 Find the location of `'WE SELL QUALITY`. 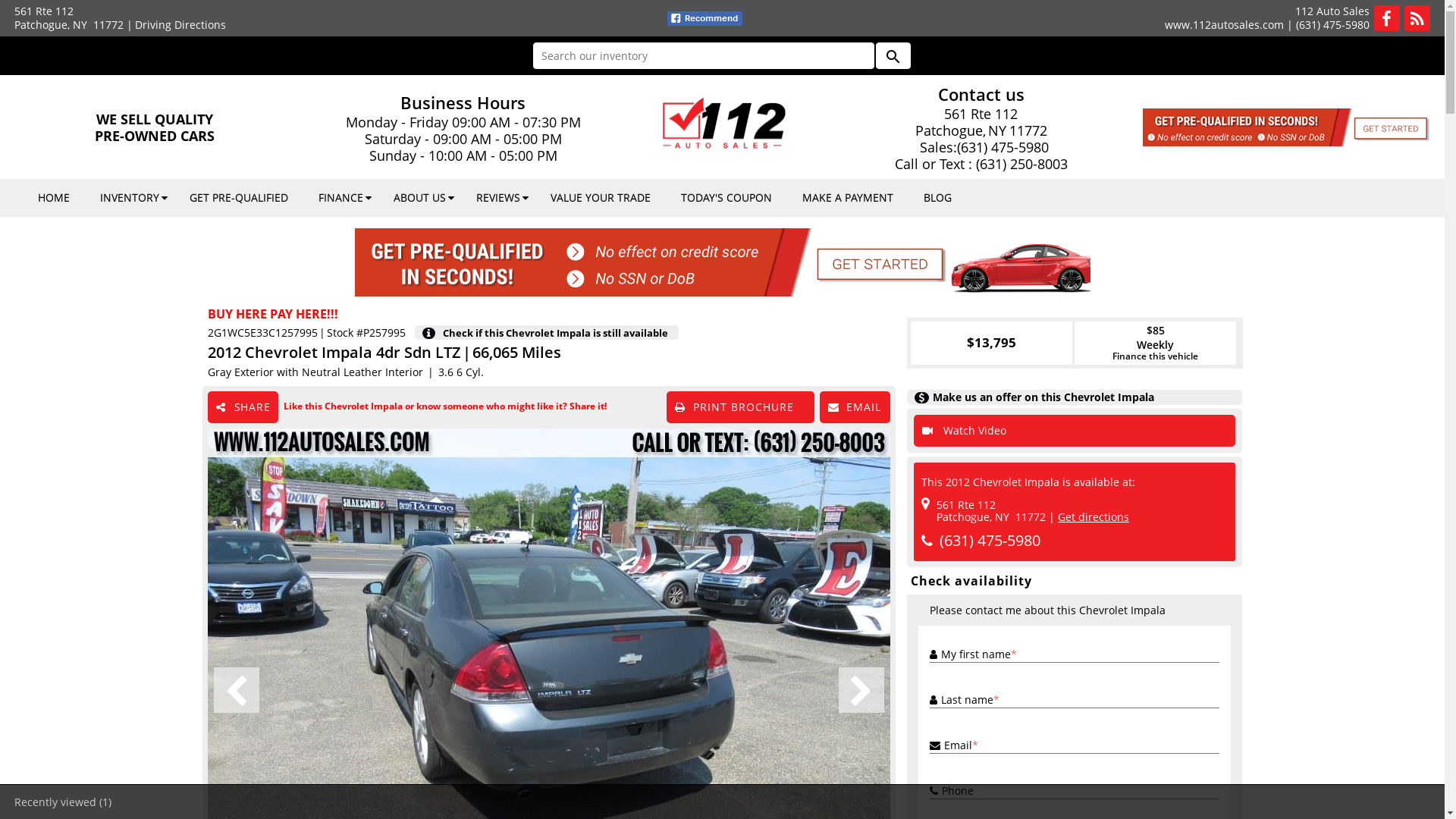

'WE SELL QUALITY is located at coordinates (155, 127).